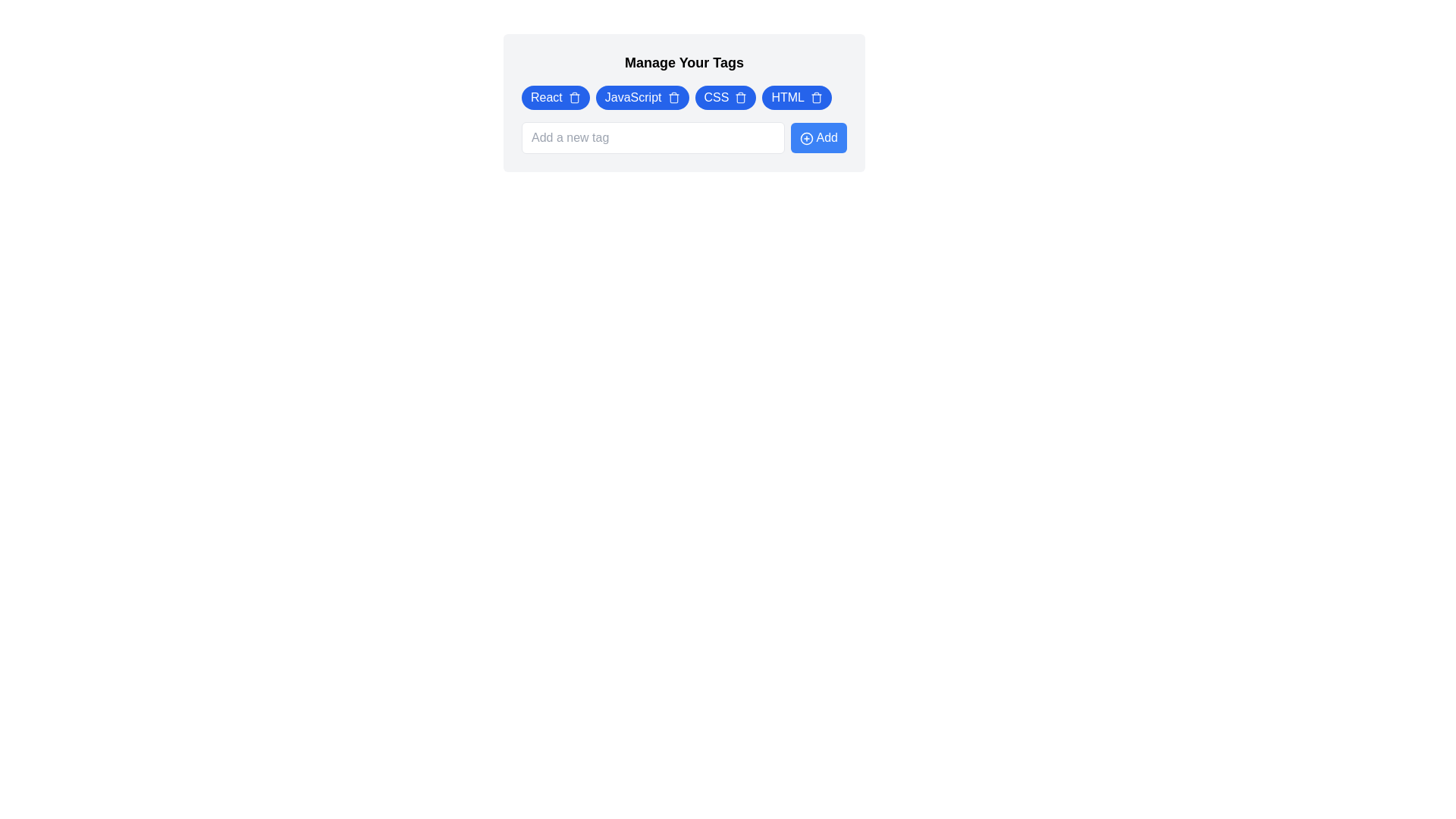  I want to click on the 'JavaScript' tag button, which is the second button in the row of tags under the 'Manage Your Tags' section, so click(642, 97).